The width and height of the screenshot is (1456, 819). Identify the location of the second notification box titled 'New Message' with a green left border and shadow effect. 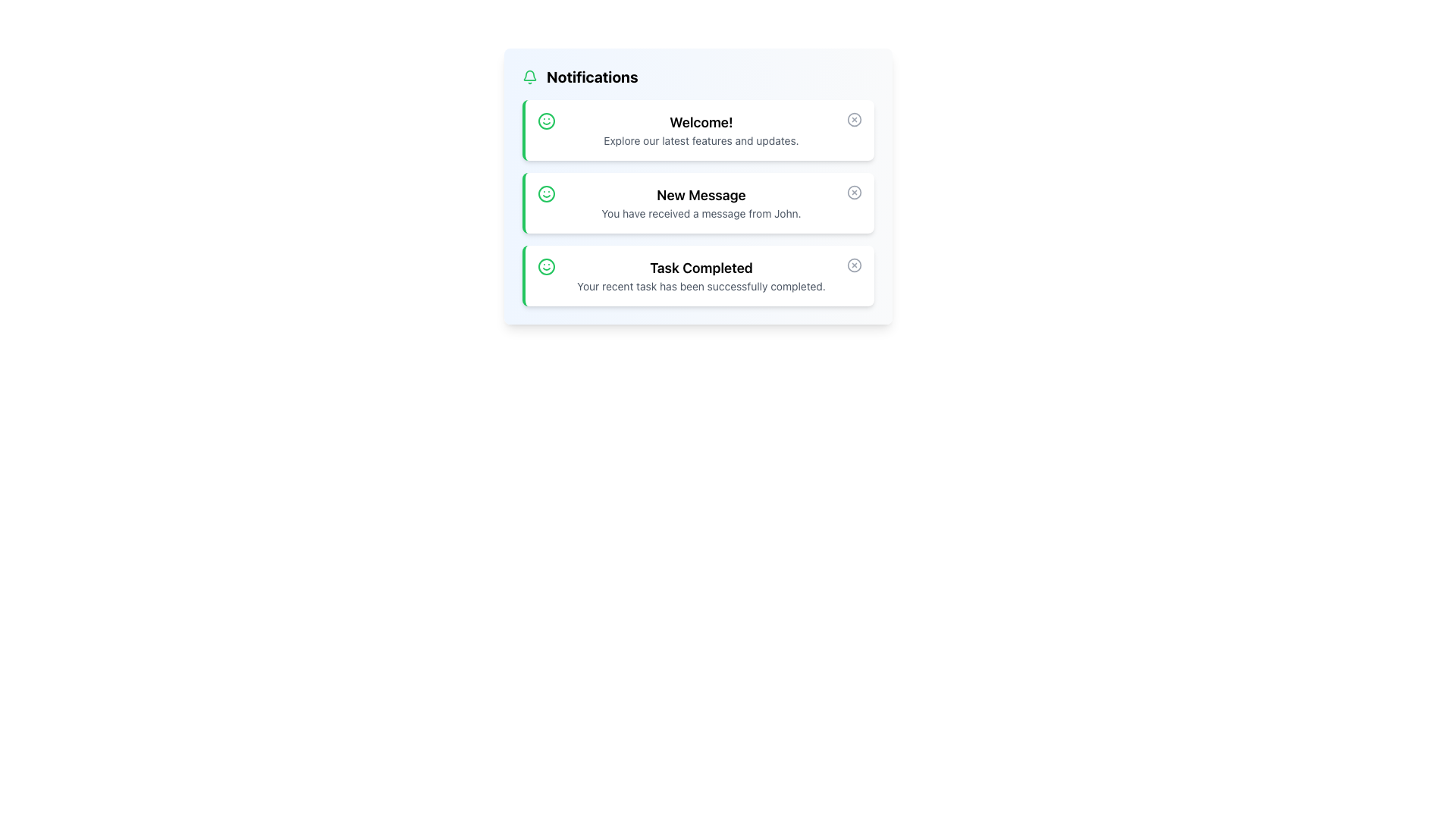
(698, 202).